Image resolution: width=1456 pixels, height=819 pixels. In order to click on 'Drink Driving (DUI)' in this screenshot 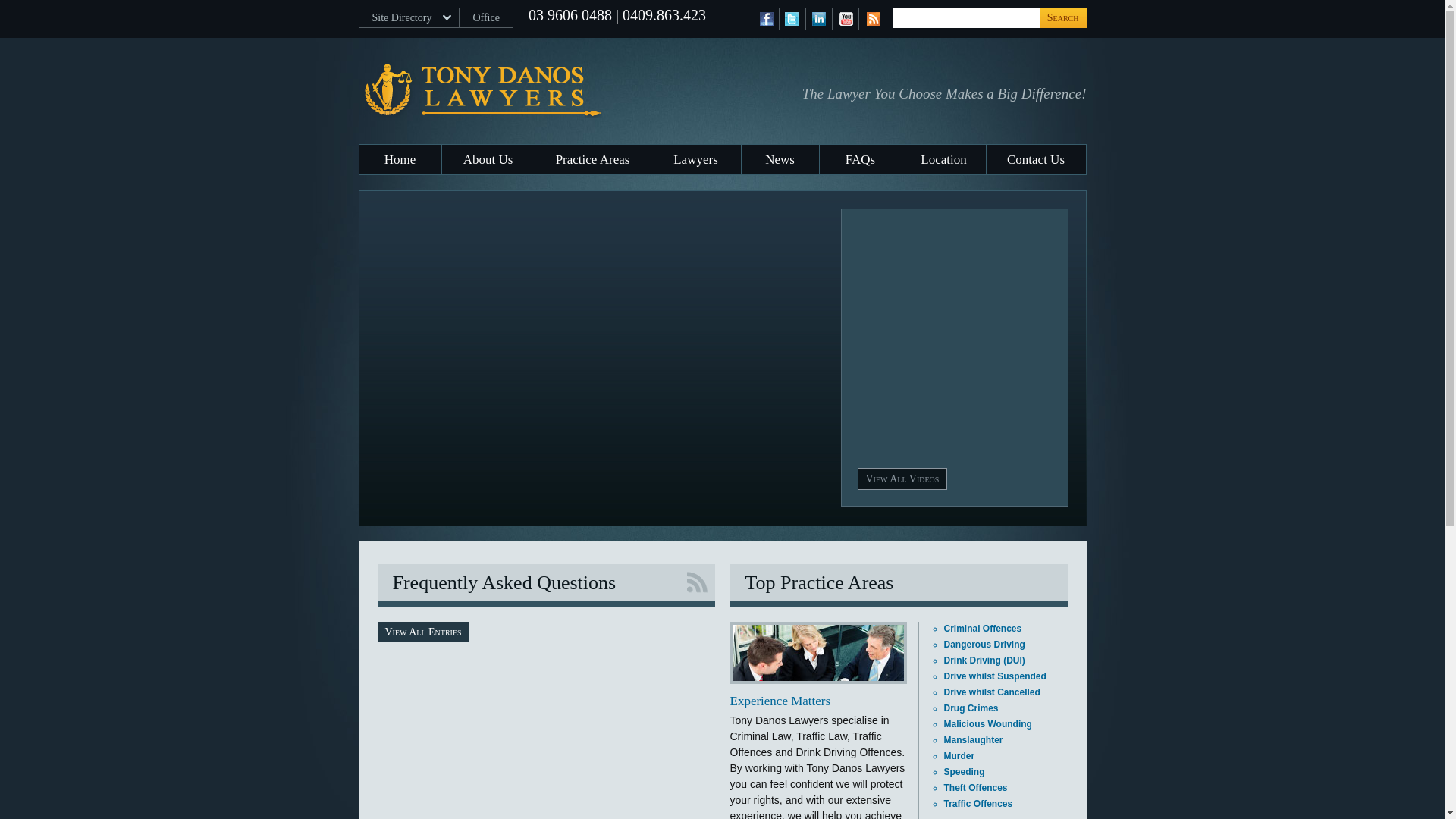, I will do `click(984, 660)`.